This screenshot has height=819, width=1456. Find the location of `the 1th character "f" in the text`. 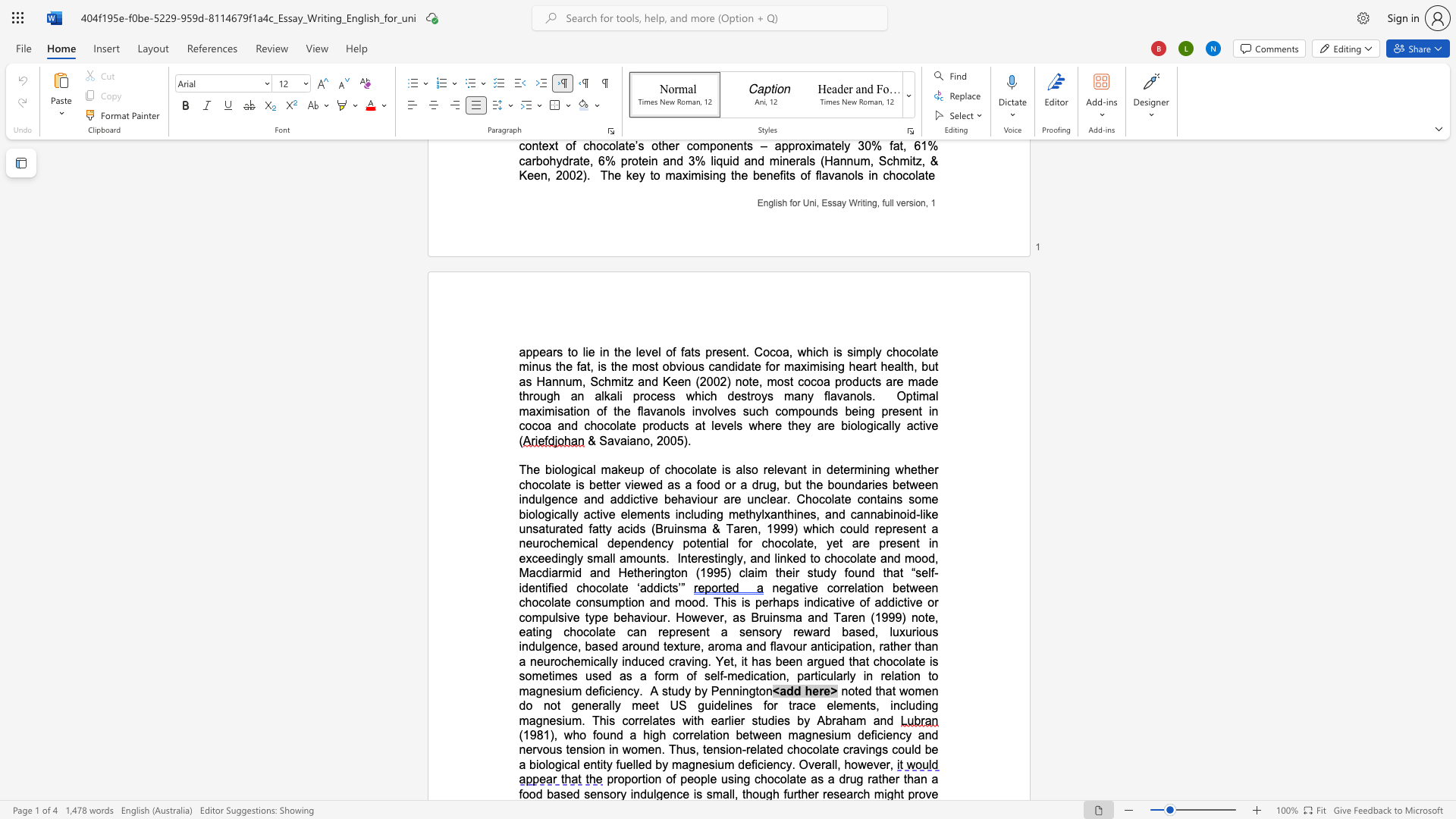

the 1th character "f" in the text is located at coordinates (657, 469).